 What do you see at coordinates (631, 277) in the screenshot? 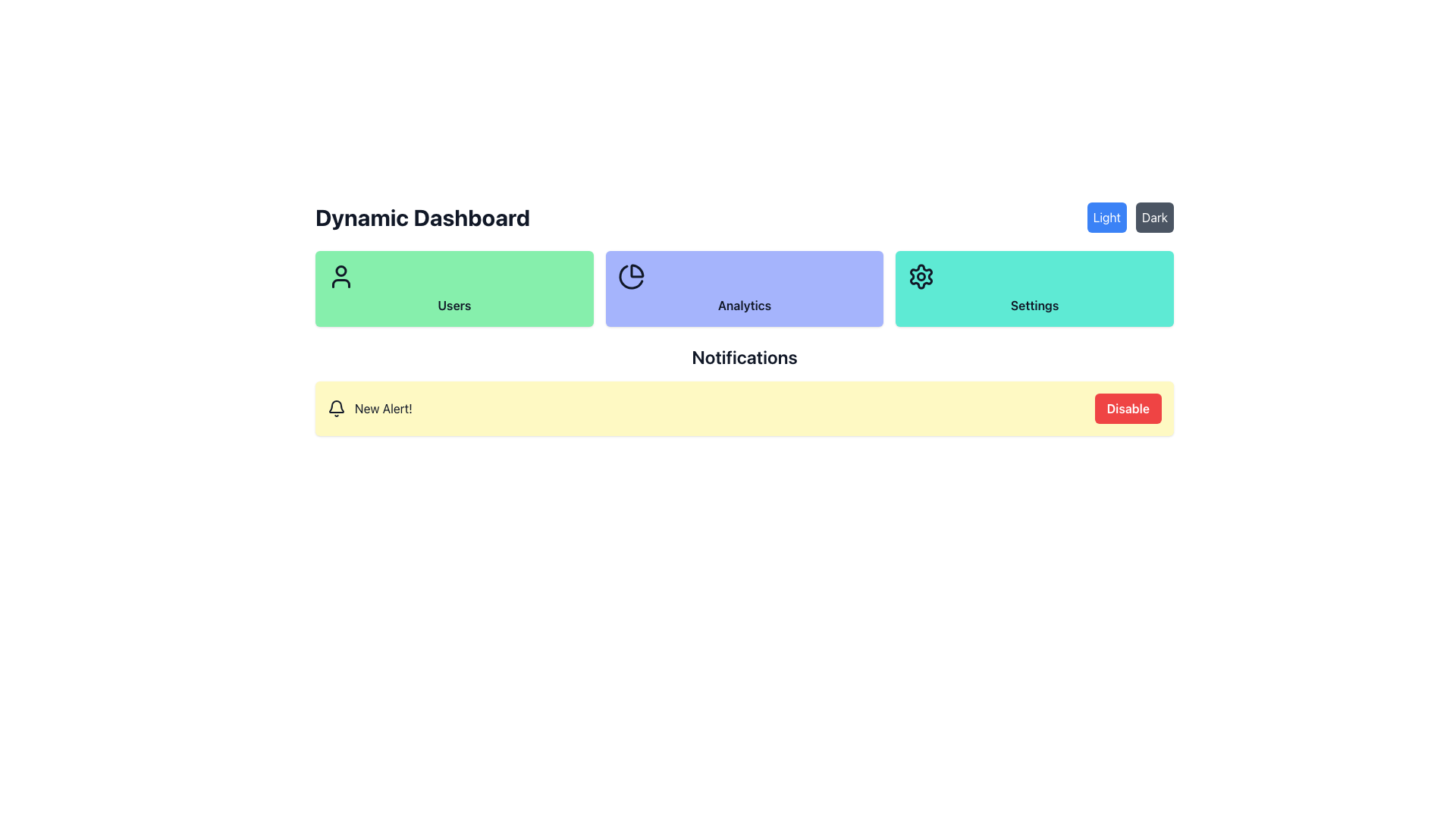
I see `the smaller right-hand segment of the pie chart icon, which is located within the blue background of the 'Analytics' section` at bounding box center [631, 277].